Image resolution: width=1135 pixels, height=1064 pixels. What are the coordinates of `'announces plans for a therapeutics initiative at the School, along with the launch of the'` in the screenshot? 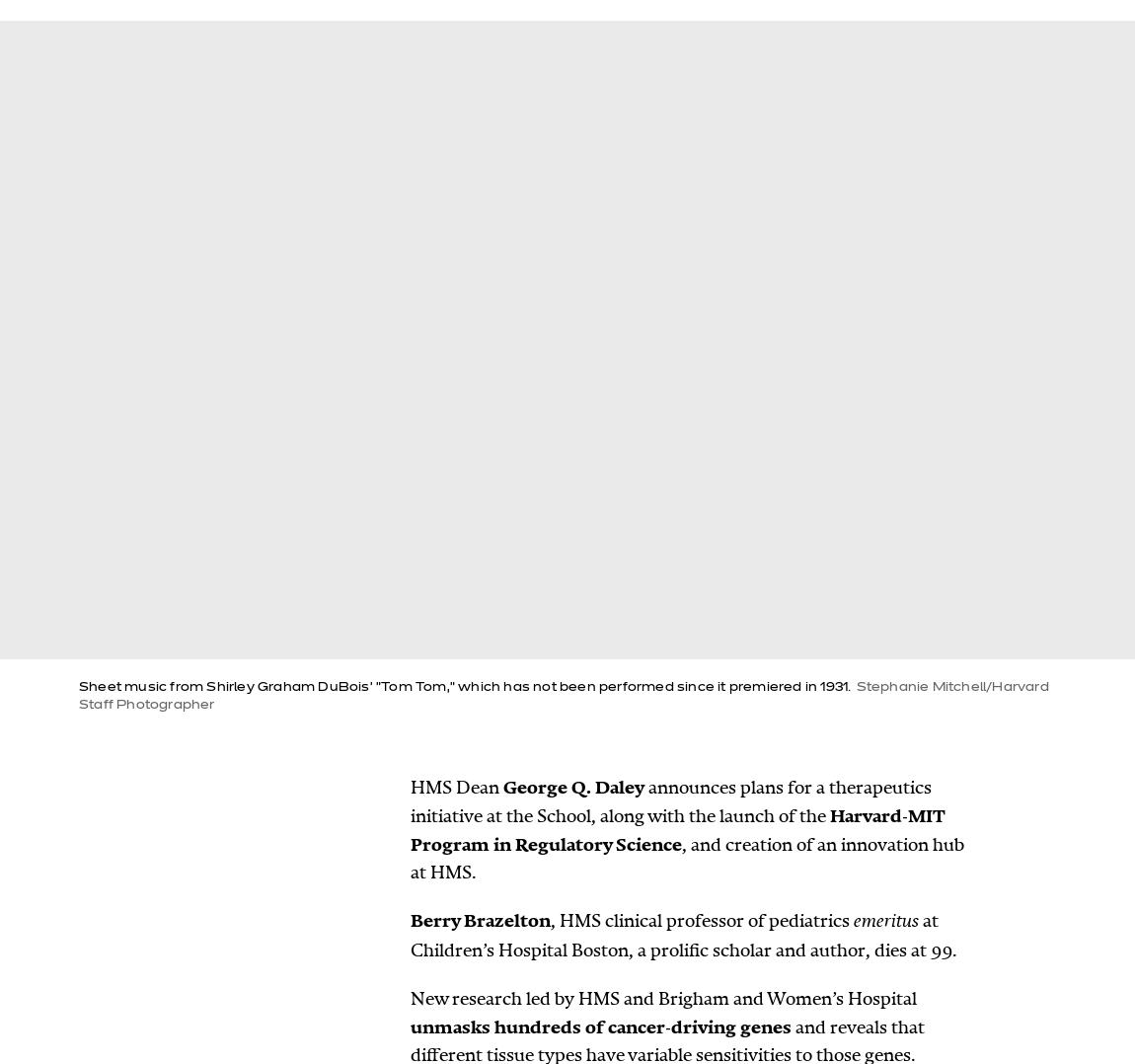 It's located at (669, 800).